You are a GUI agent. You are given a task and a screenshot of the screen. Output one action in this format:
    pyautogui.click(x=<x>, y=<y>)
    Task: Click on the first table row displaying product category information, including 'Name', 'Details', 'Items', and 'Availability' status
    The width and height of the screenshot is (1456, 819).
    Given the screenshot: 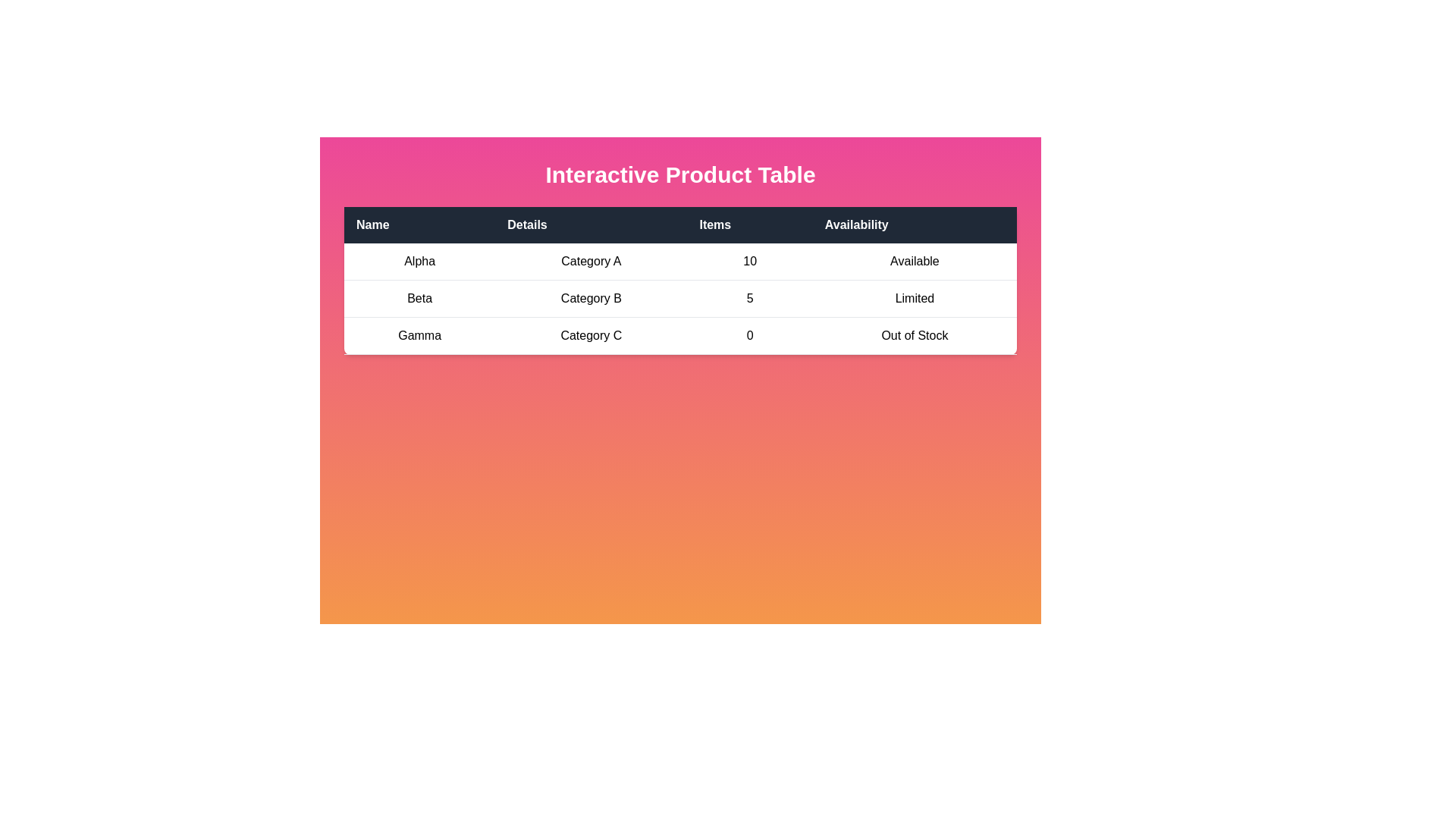 What is the action you would take?
    pyautogui.click(x=679, y=261)
    